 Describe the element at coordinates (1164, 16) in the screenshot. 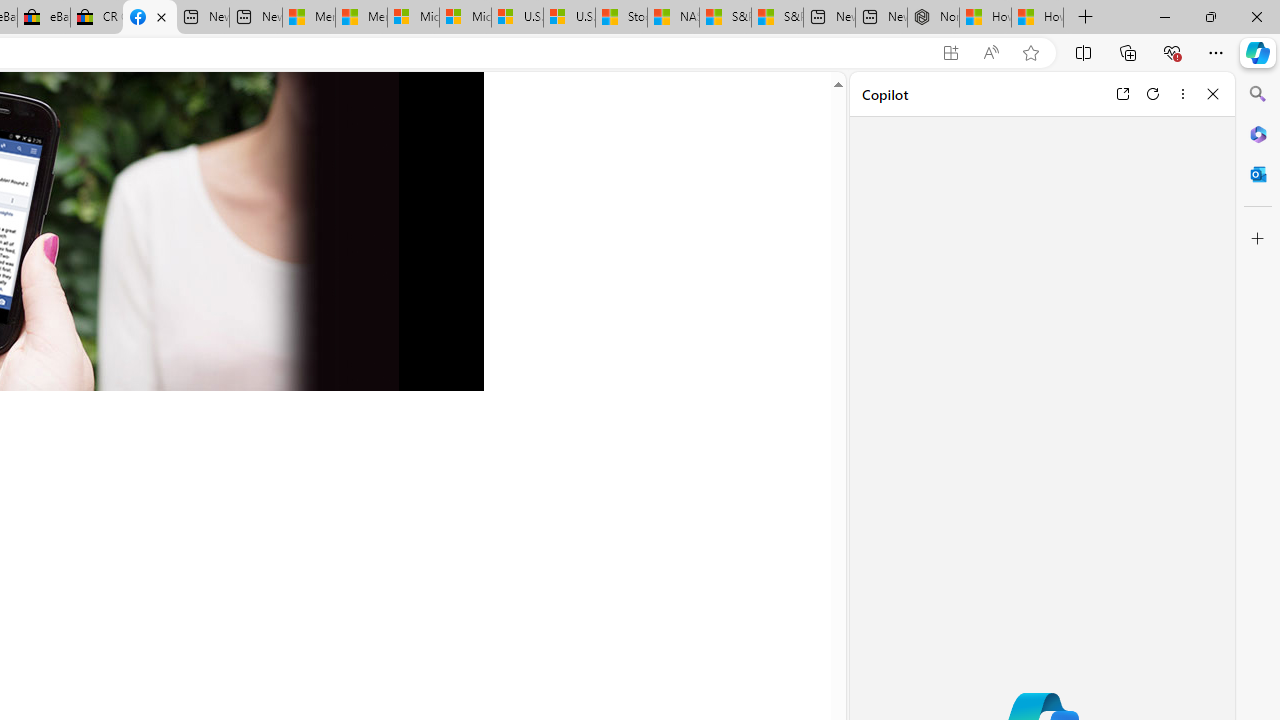

I see `'Minimize'` at that location.